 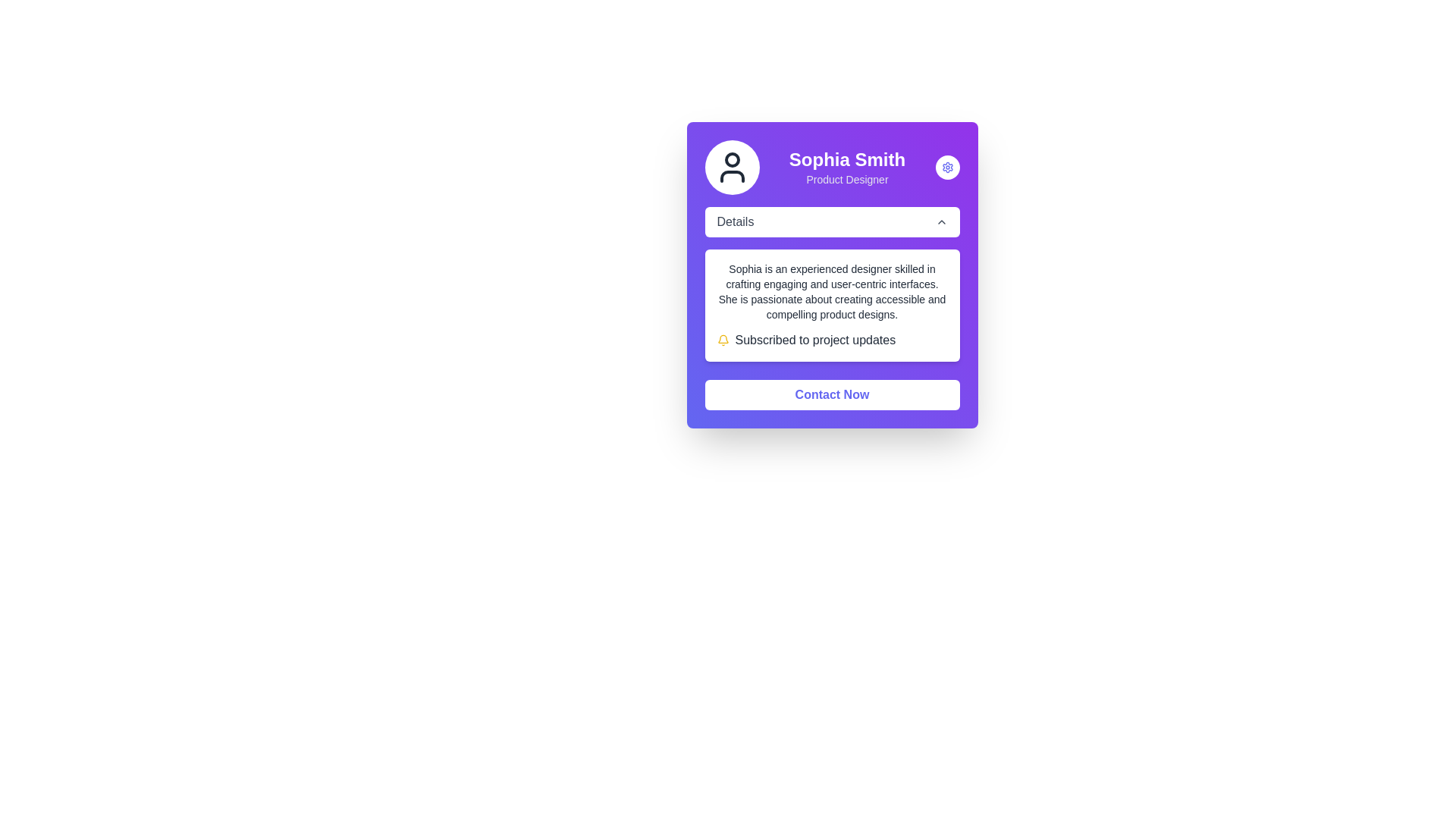 What do you see at coordinates (722, 339) in the screenshot?
I see `the small yellow bell icon that indicates notifications, located to the left of the text in the 'Subscribed to project updates' section of the user profile card` at bounding box center [722, 339].